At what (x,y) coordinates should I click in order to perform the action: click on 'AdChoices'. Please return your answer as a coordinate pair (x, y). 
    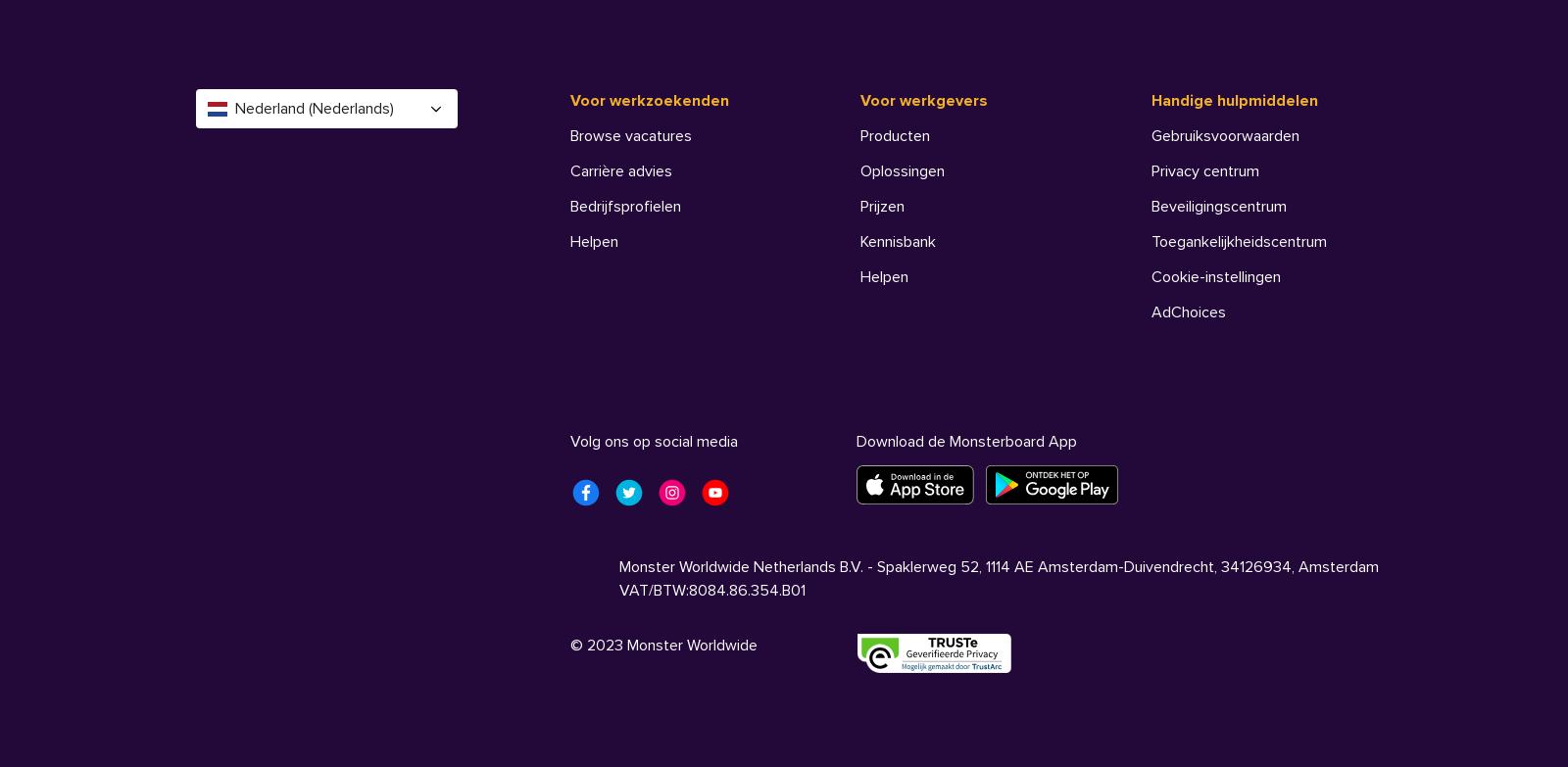
    Looking at the image, I should click on (1190, 312).